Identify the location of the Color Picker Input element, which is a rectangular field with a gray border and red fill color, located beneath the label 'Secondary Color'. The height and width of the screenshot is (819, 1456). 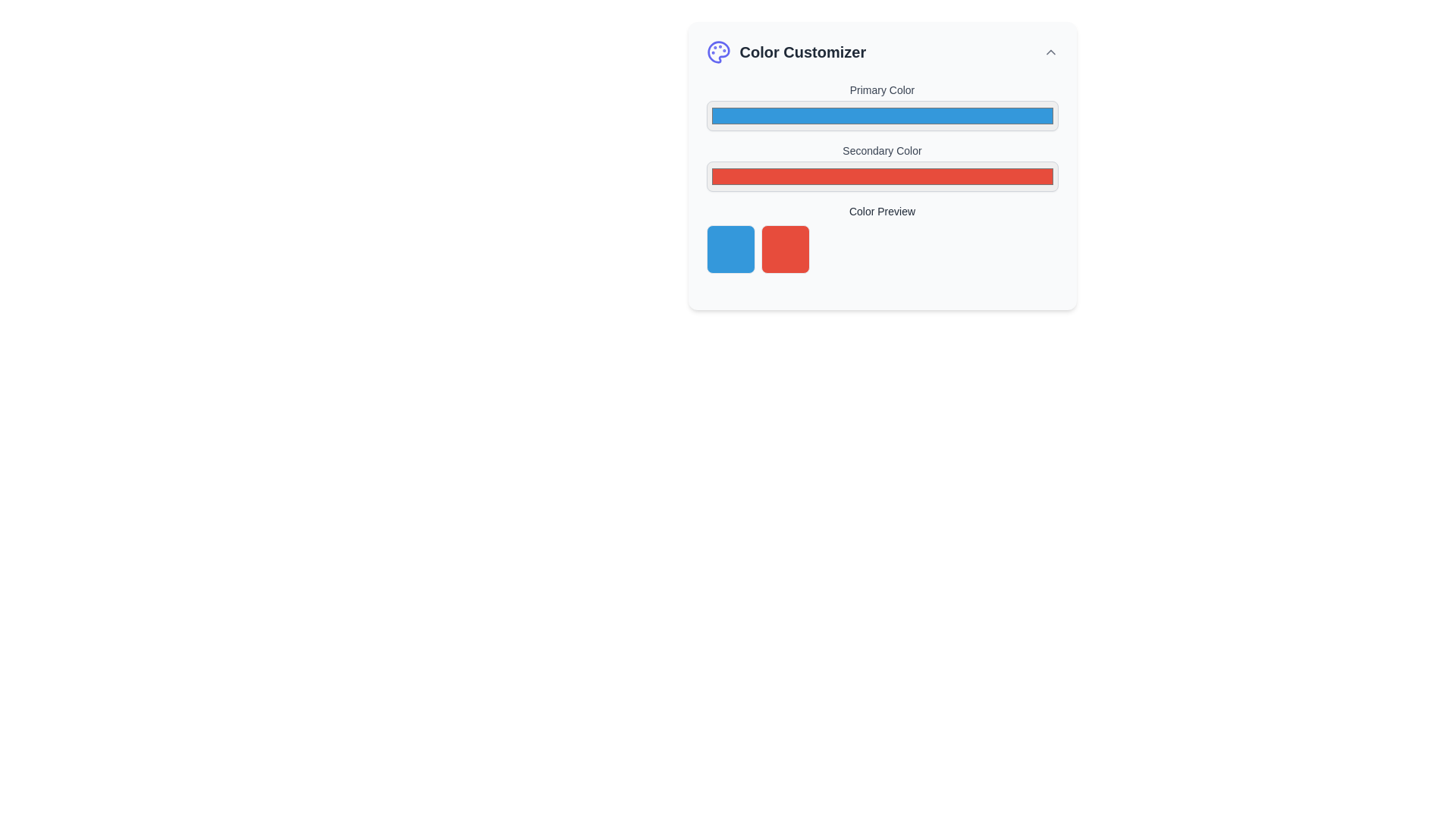
(882, 175).